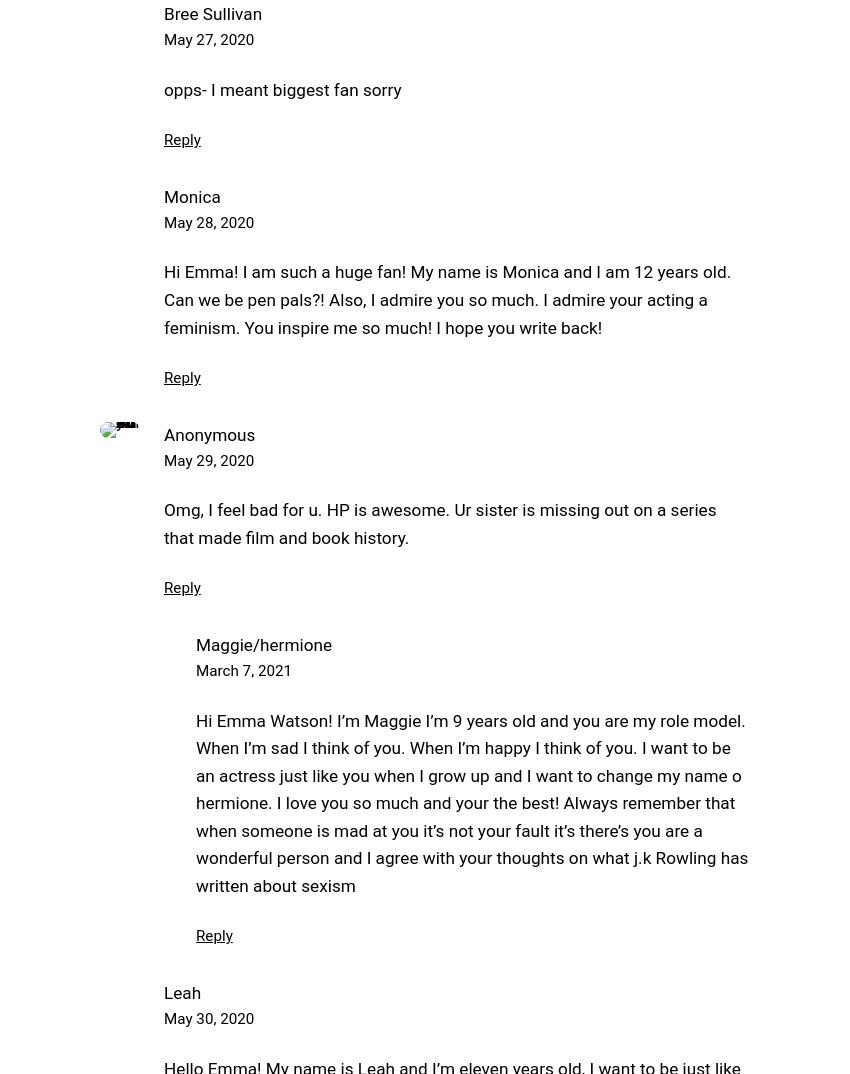 The image size is (850, 1074). What do you see at coordinates (244, 670) in the screenshot?
I see `'March 7, 2021'` at bounding box center [244, 670].